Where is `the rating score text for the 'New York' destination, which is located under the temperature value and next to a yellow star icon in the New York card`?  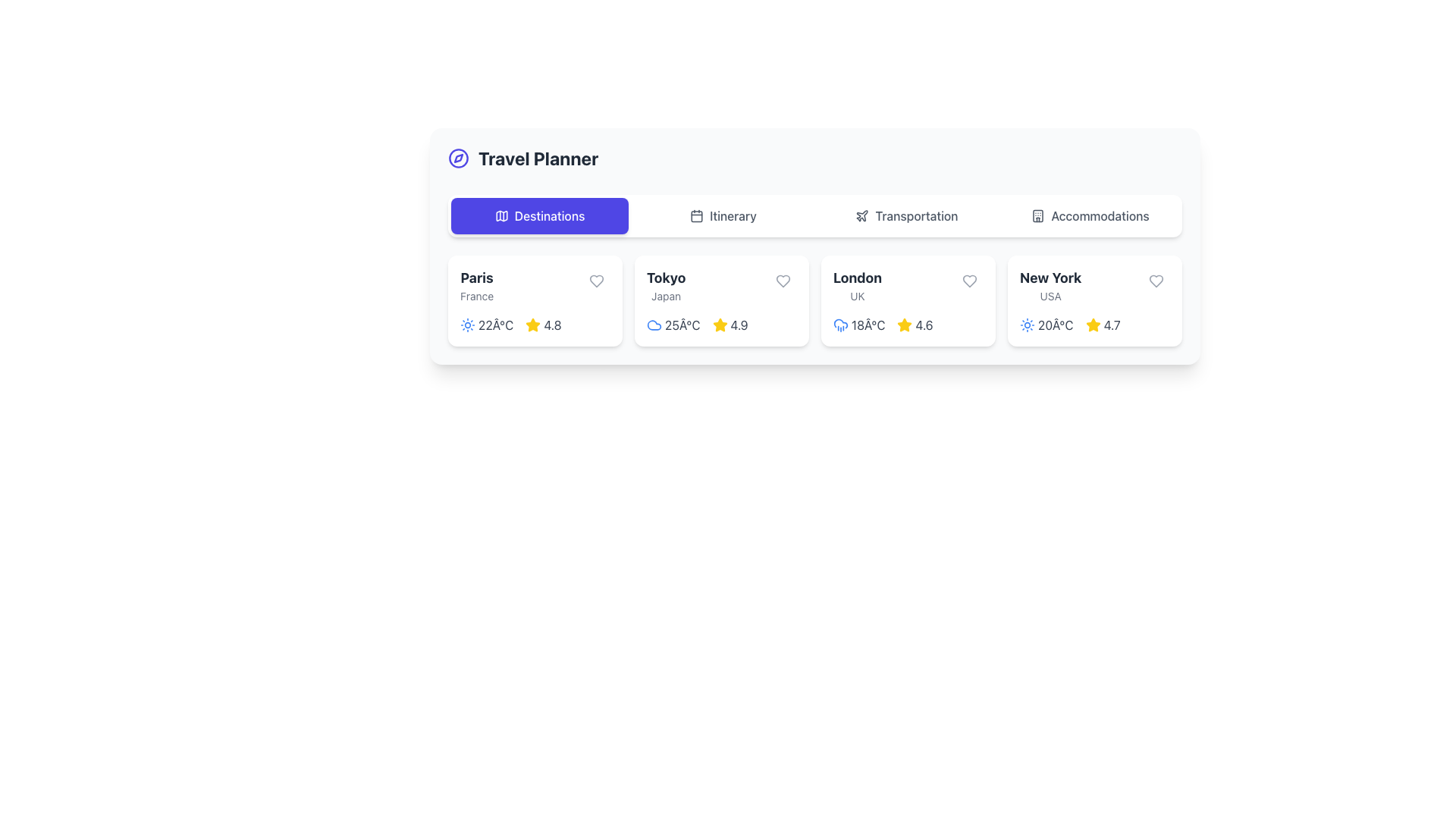
the rating score text for the 'New York' destination, which is located under the temperature value and next to a yellow star icon in the New York card is located at coordinates (1112, 324).